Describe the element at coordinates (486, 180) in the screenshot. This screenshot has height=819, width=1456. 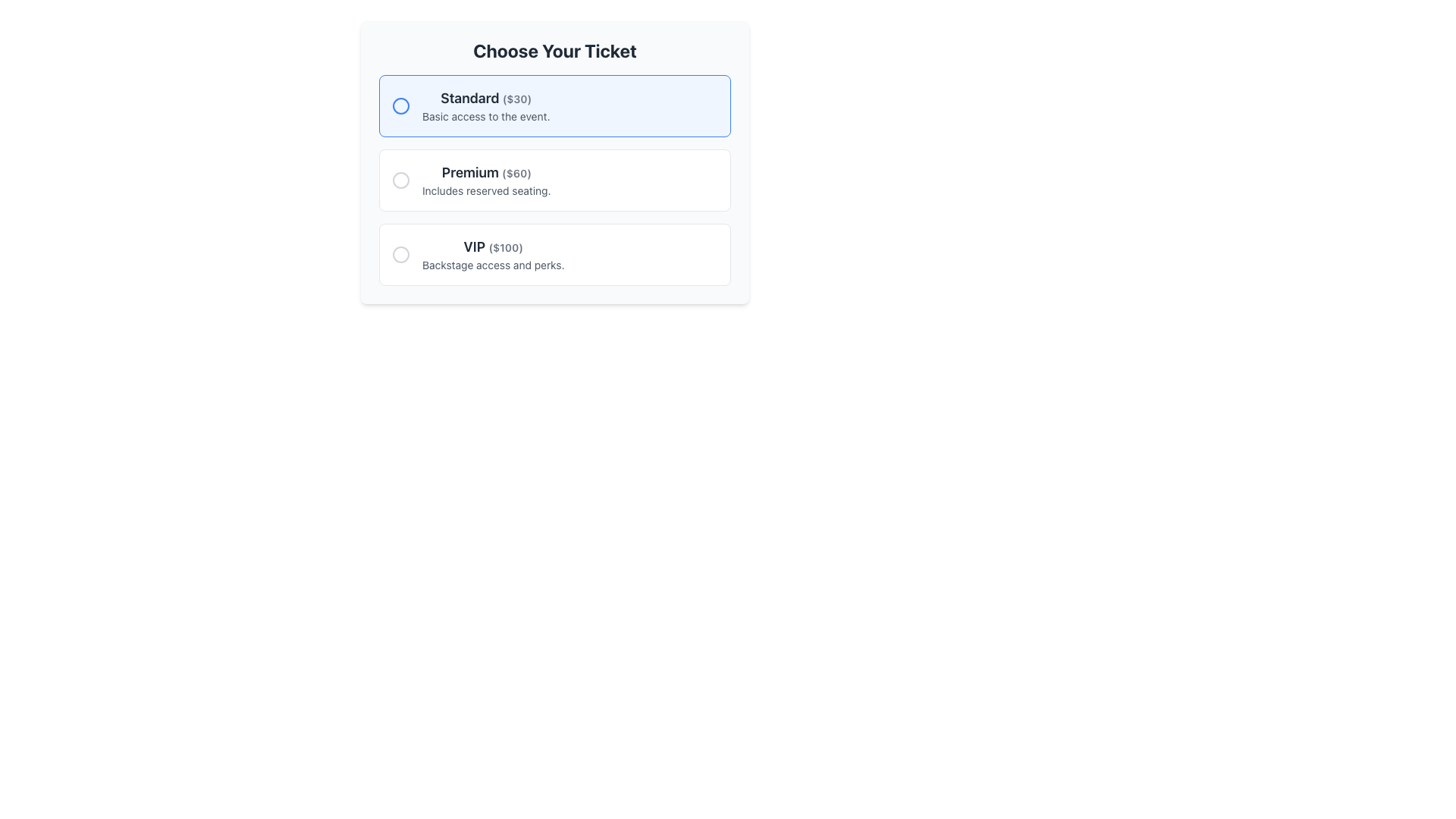
I see `the descriptive text component that conveys the description and pricing for the premium ticket option, located between the 'Standard ($30)' and 'VIP ($100)' options` at that location.